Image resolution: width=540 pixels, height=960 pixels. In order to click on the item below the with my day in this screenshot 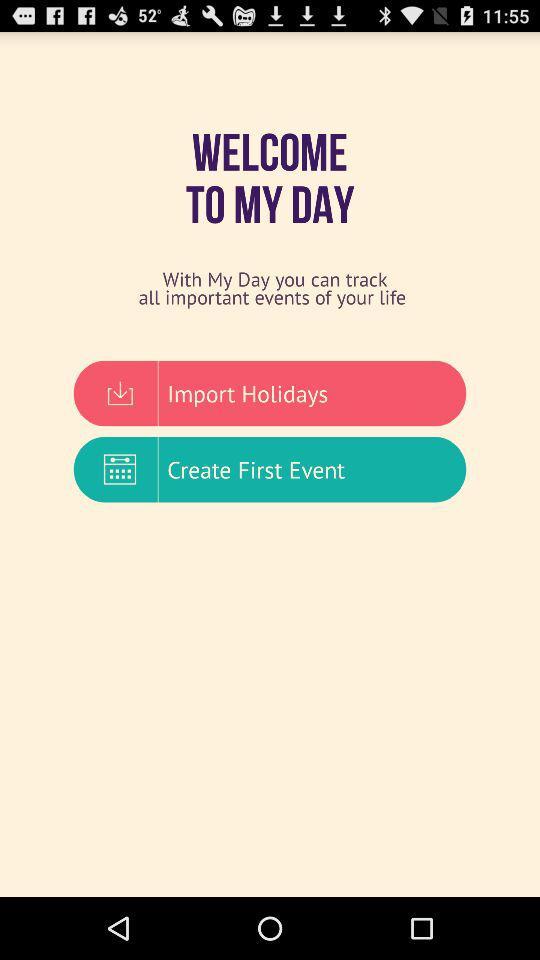, I will do `click(270, 392)`.